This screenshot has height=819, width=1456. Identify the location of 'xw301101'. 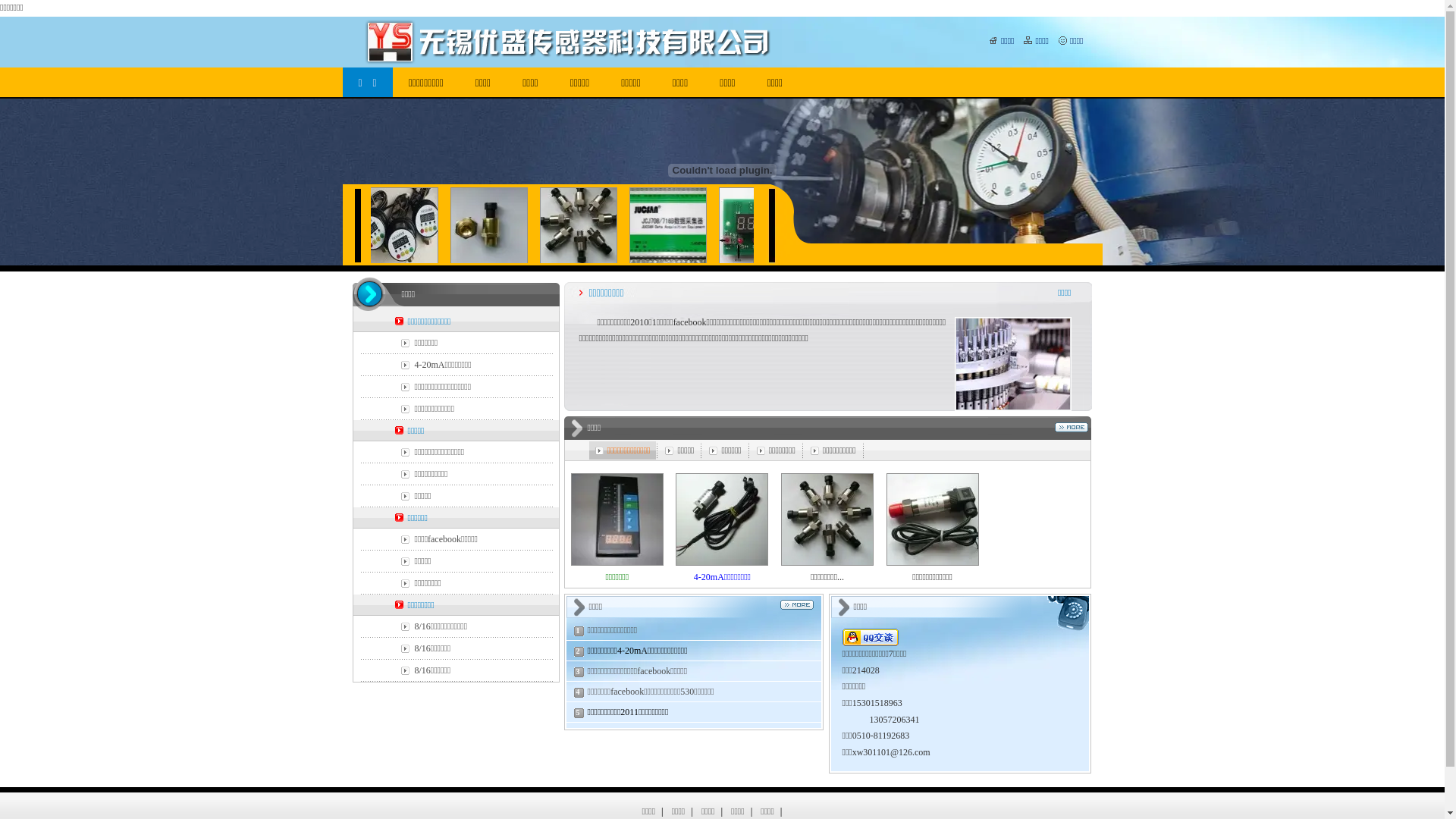
(852, 752).